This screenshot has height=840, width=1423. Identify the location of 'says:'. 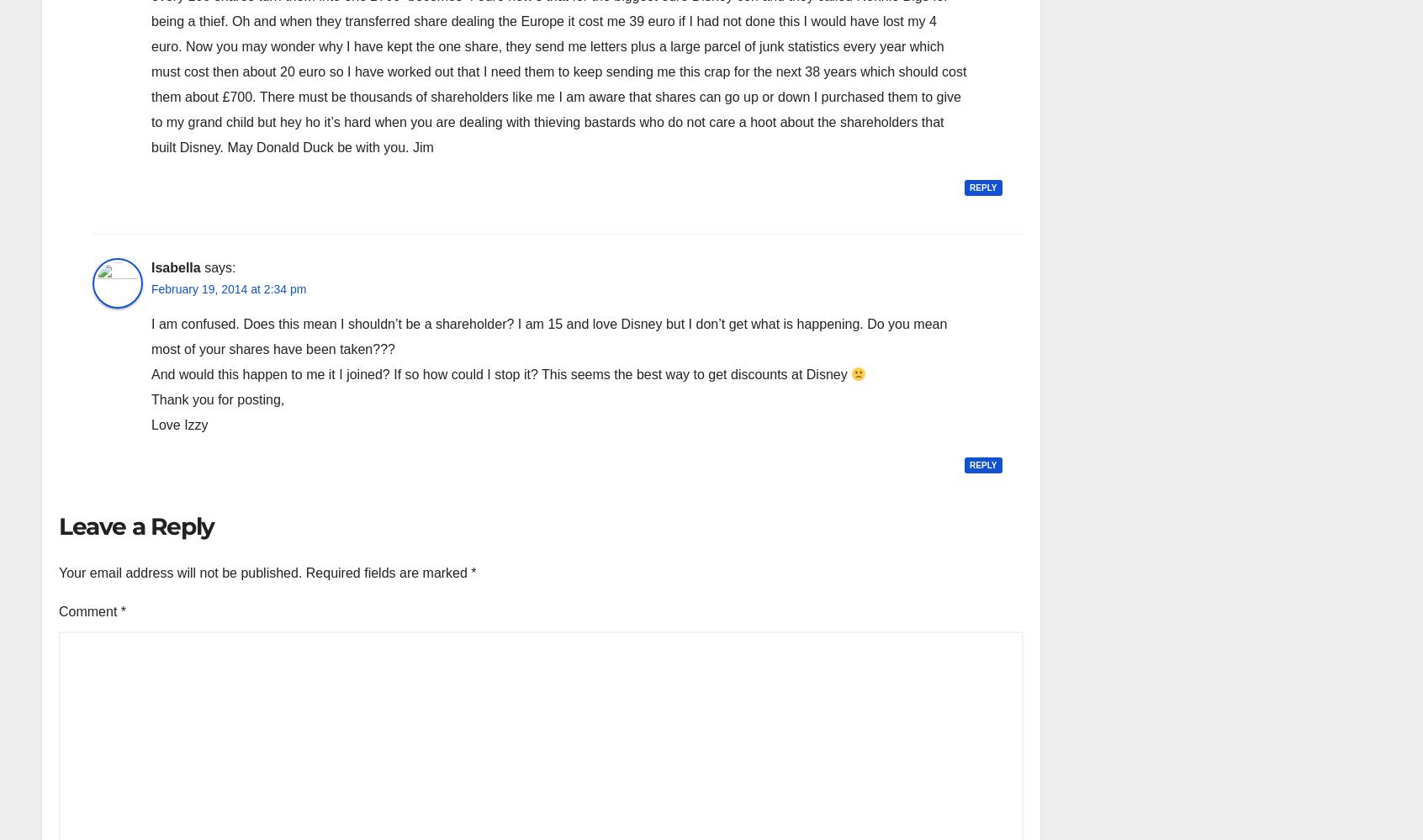
(220, 267).